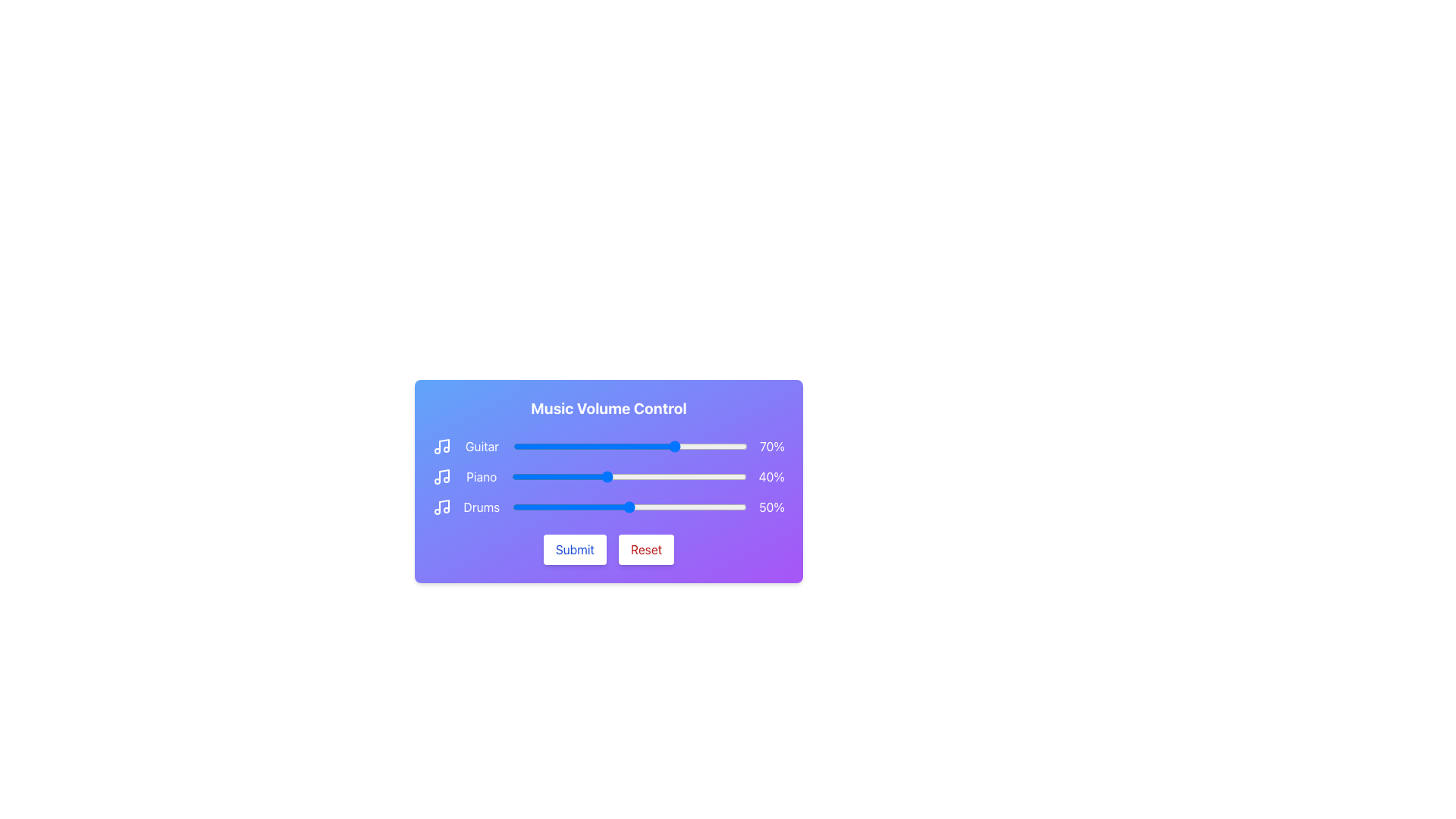  Describe the element at coordinates (632, 446) in the screenshot. I see `guitar volume` at that location.